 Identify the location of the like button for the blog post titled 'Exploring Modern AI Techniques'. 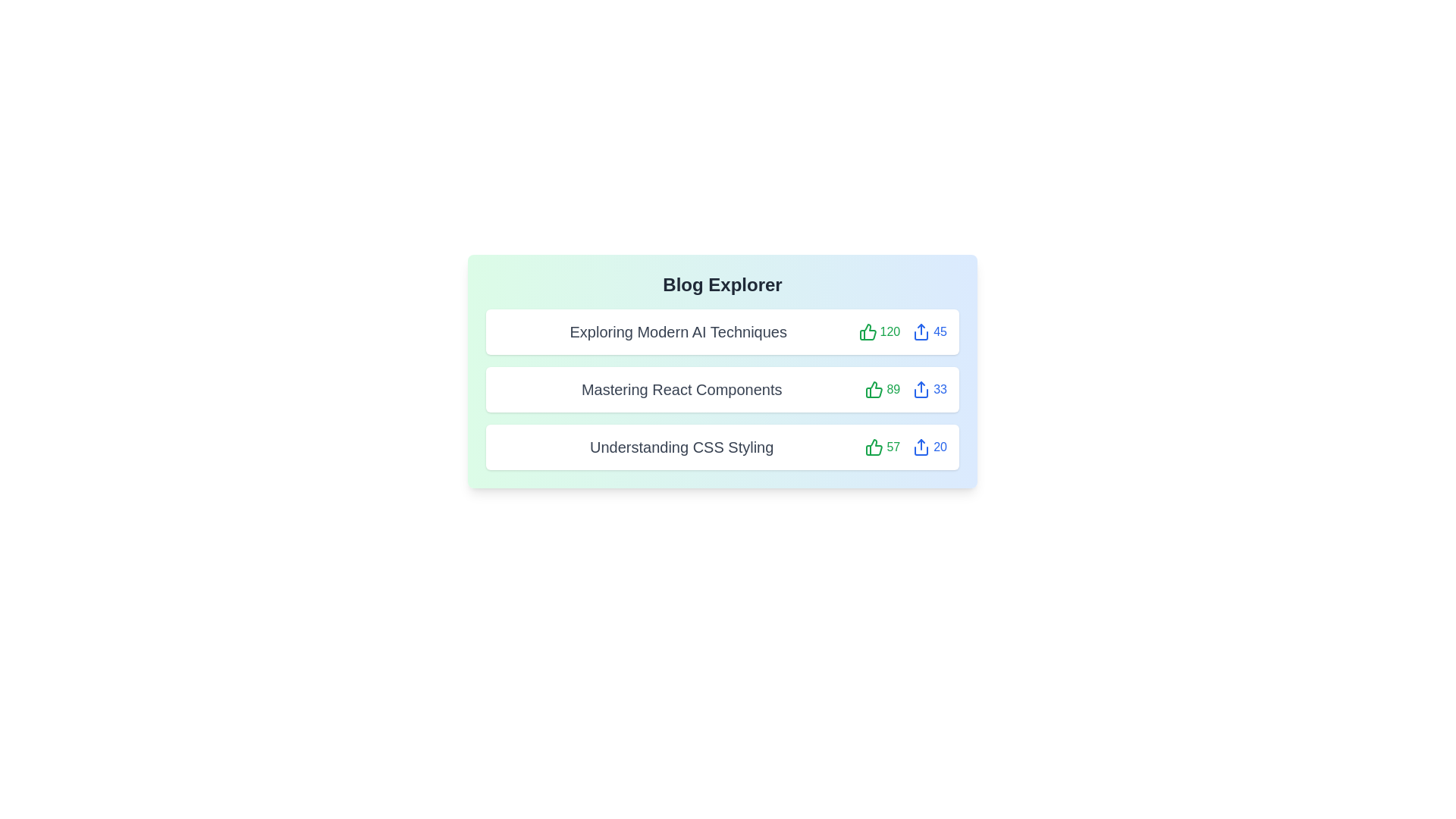
(879, 331).